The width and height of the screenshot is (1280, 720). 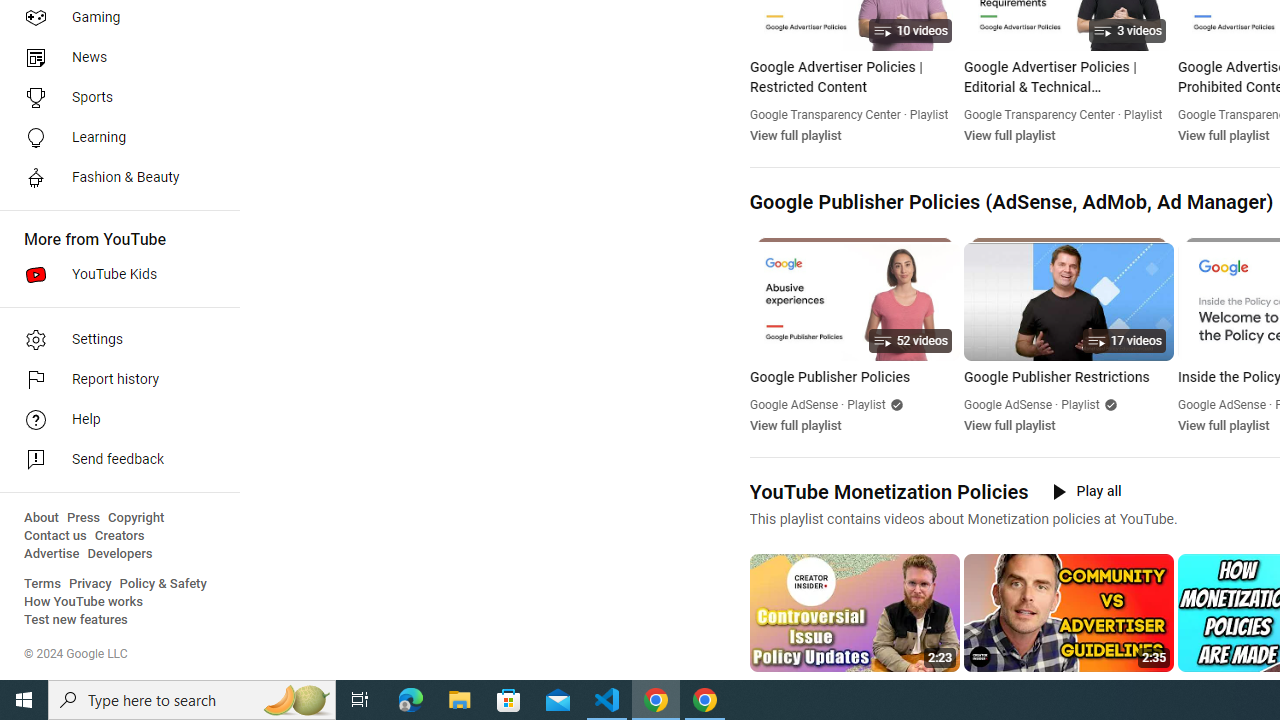 I want to click on 'News', so click(x=112, y=56).